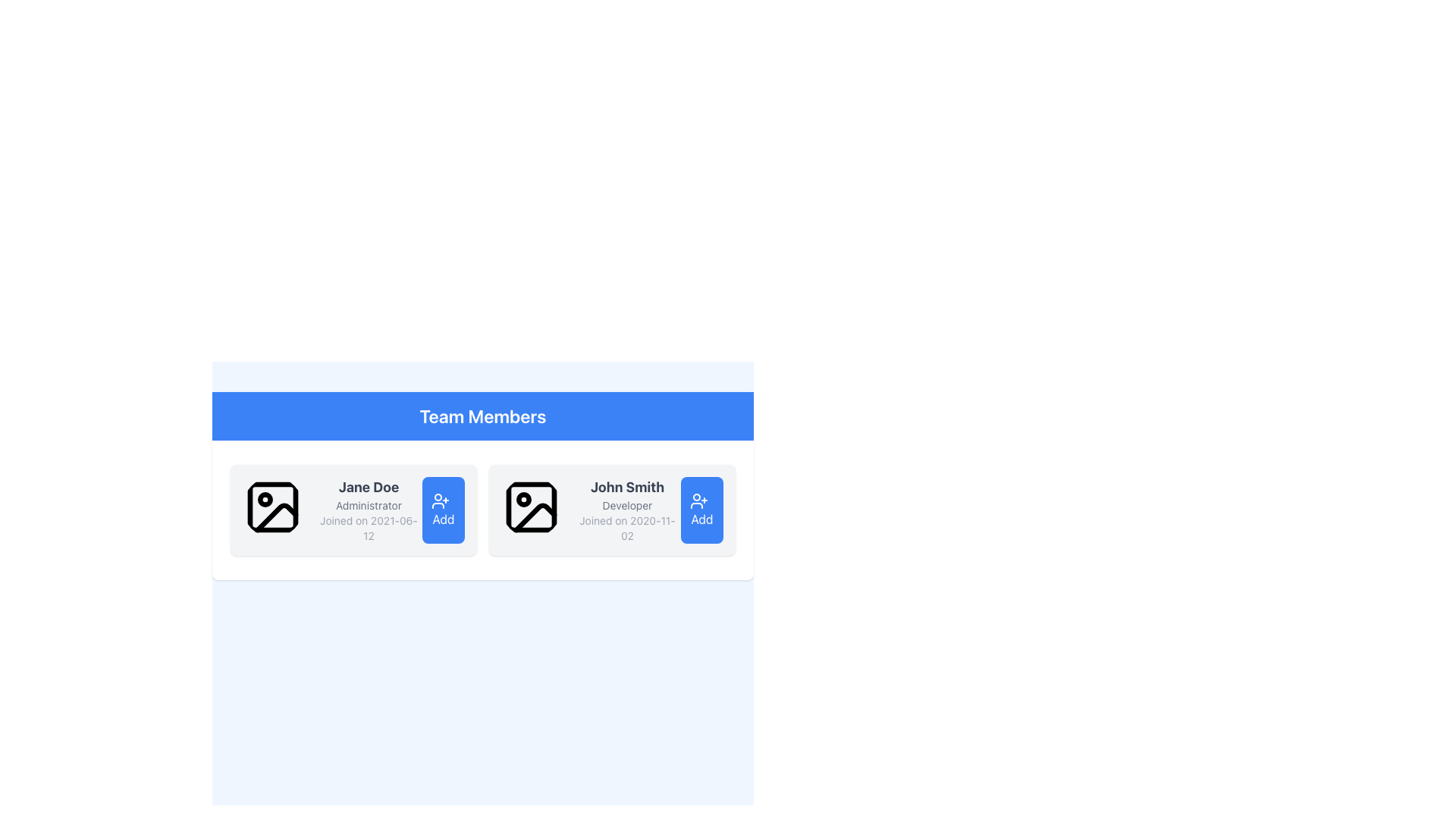 Image resolution: width=1456 pixels, height=819 pixels. Describe the element at coordinates (627, 506) in the screenshot. I see `the text label indicating the role or designation associated with the user, which is located beneath 'John Smith' and above 'Joined on 2020-11-02' in the user card` at that location.